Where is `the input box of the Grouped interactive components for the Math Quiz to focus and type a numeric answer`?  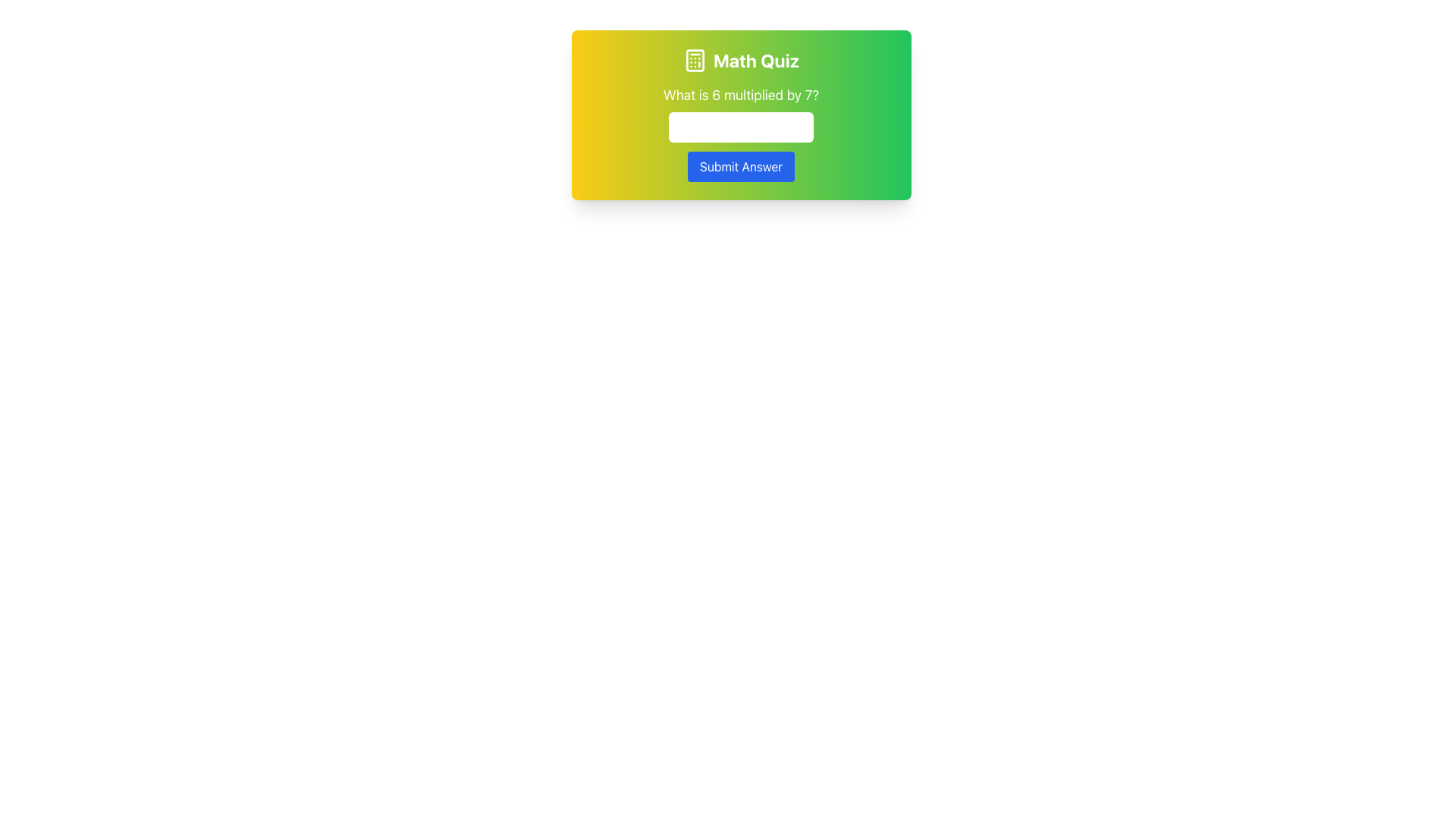
the input box of the Grouped interactive components for the Math Quiz to focus and type a numeric answer is located at coordinates (741, 133).